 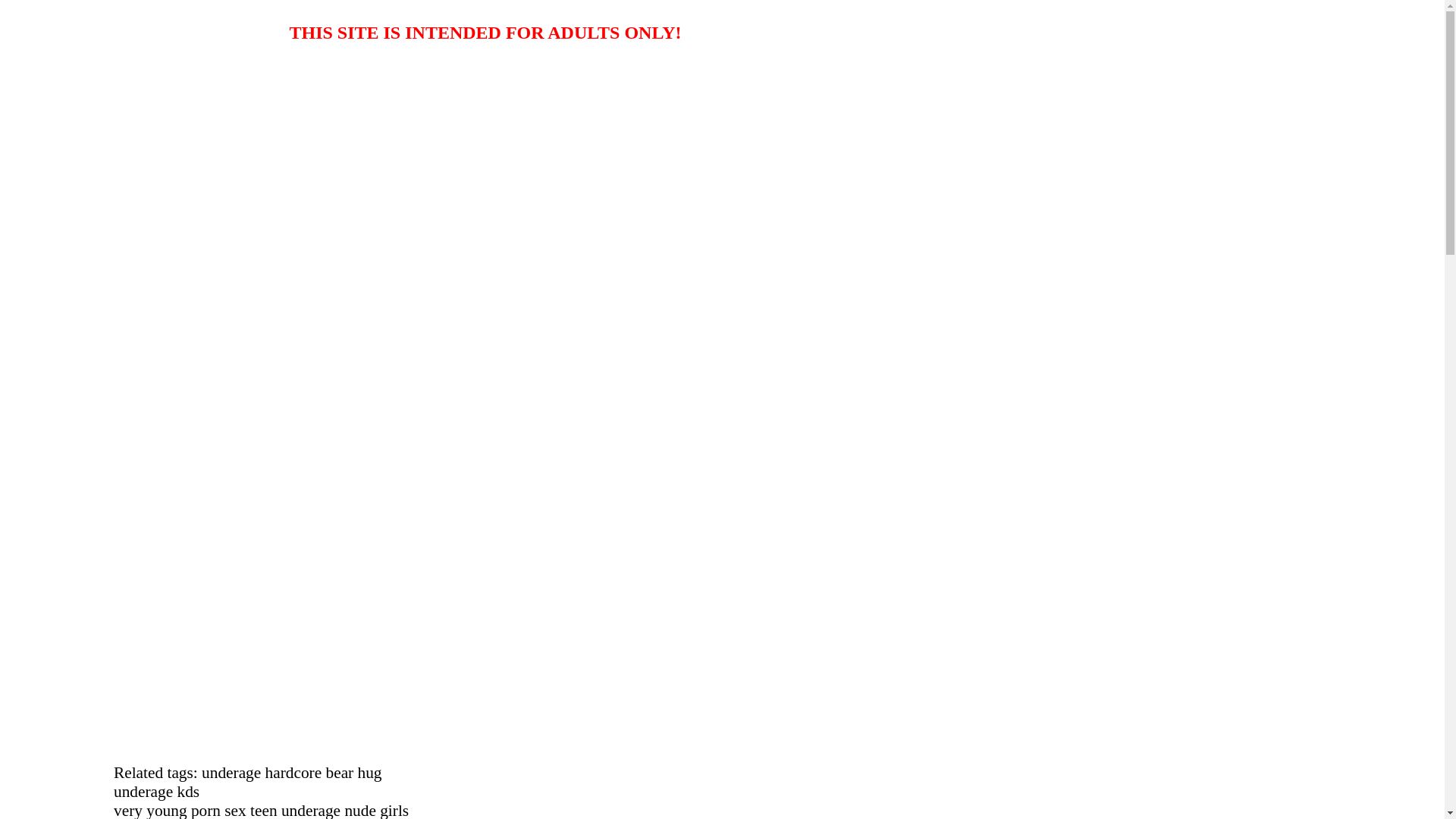 I want to click on 'Underage video pics', so click(x=109, y=29).